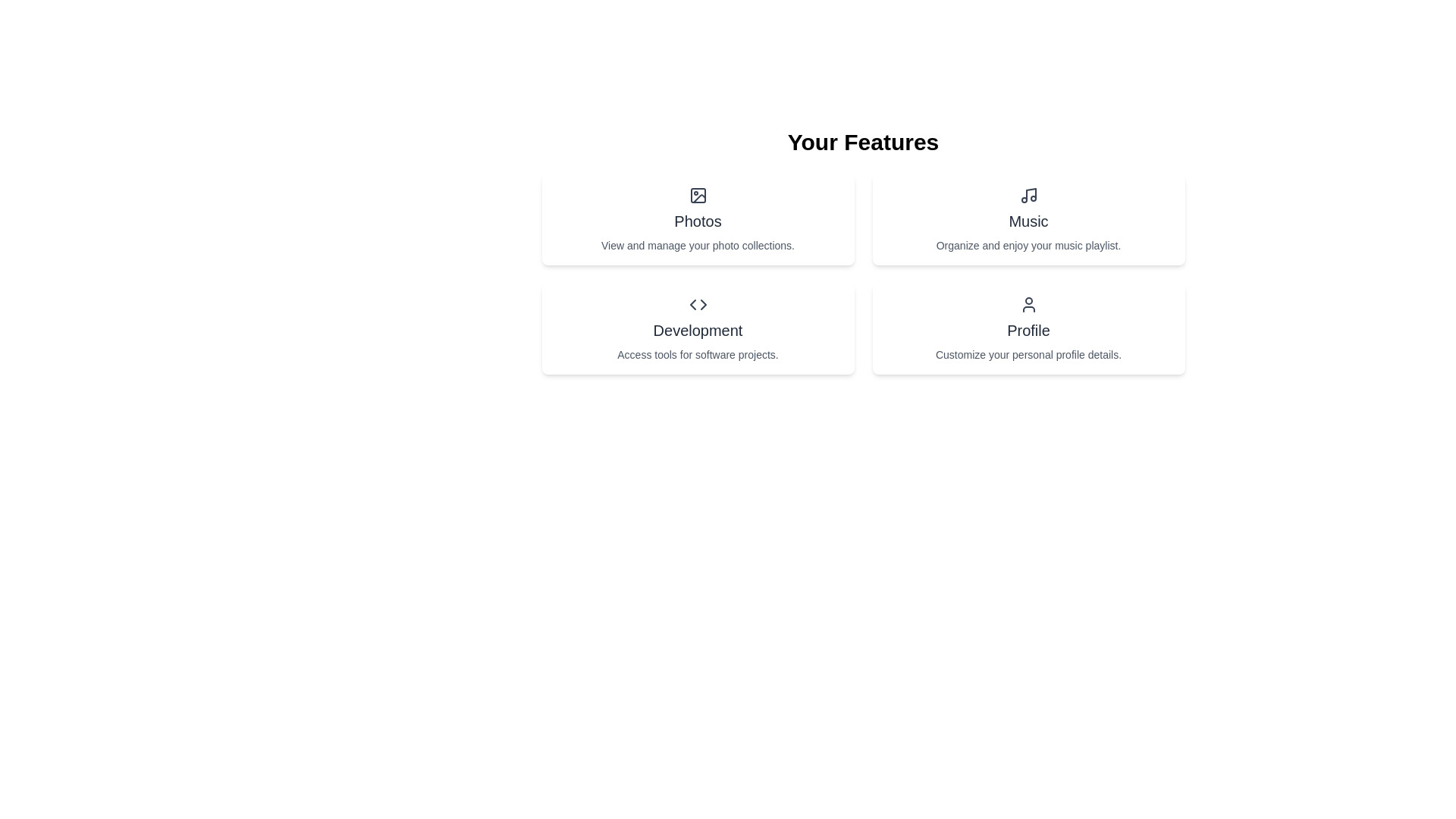  Describe the element at coordinates (1028, 329) in the screenshot. I see `the 'Profile' text label, which is styled with a bold font and dark gray color, located in the middle column of the lower part of a 2x2 grid layout` at that location.